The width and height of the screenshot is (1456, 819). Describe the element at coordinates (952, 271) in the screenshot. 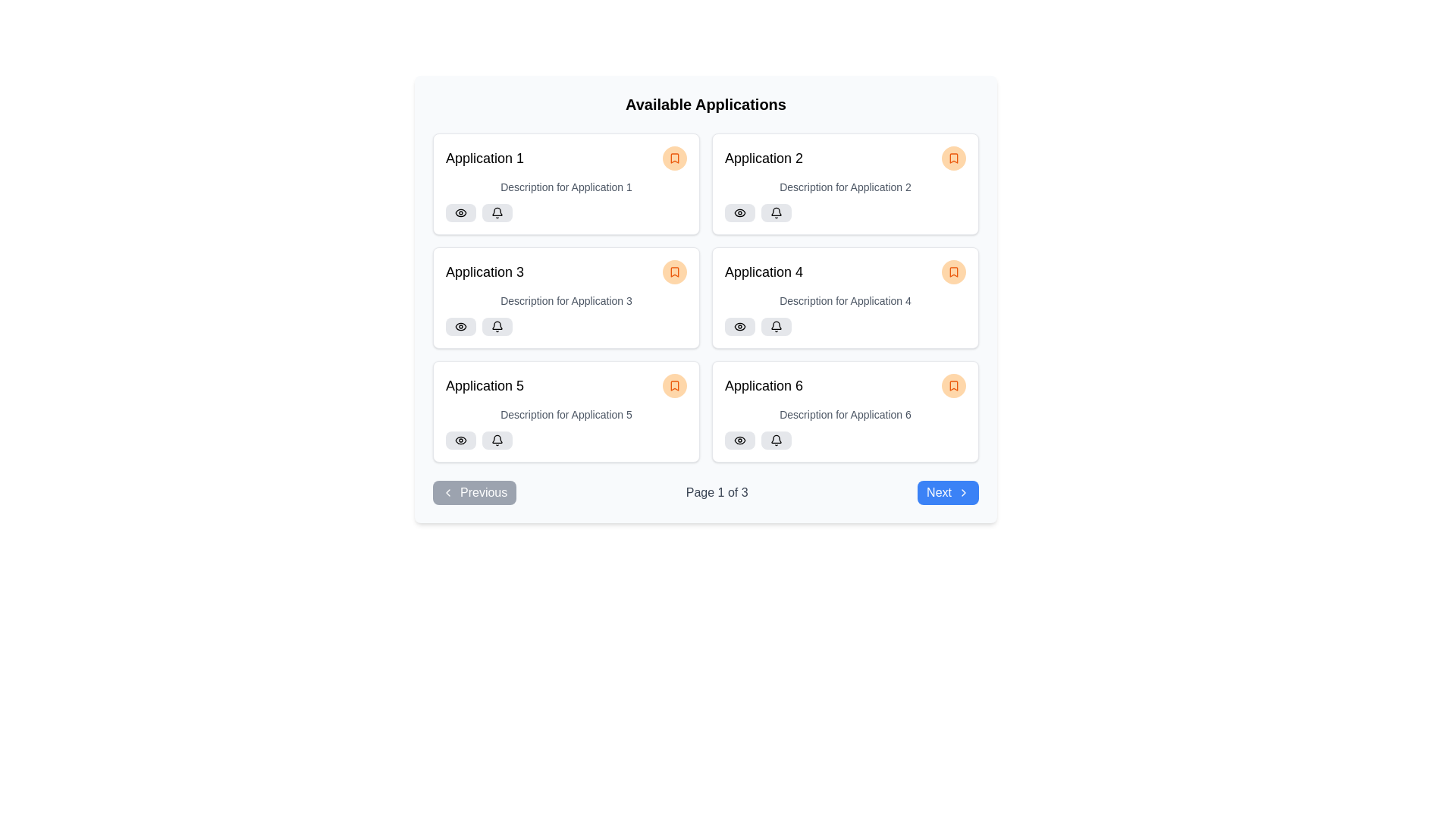

I see `the circular button with a soft orange background and a bookmark icon` at that location.